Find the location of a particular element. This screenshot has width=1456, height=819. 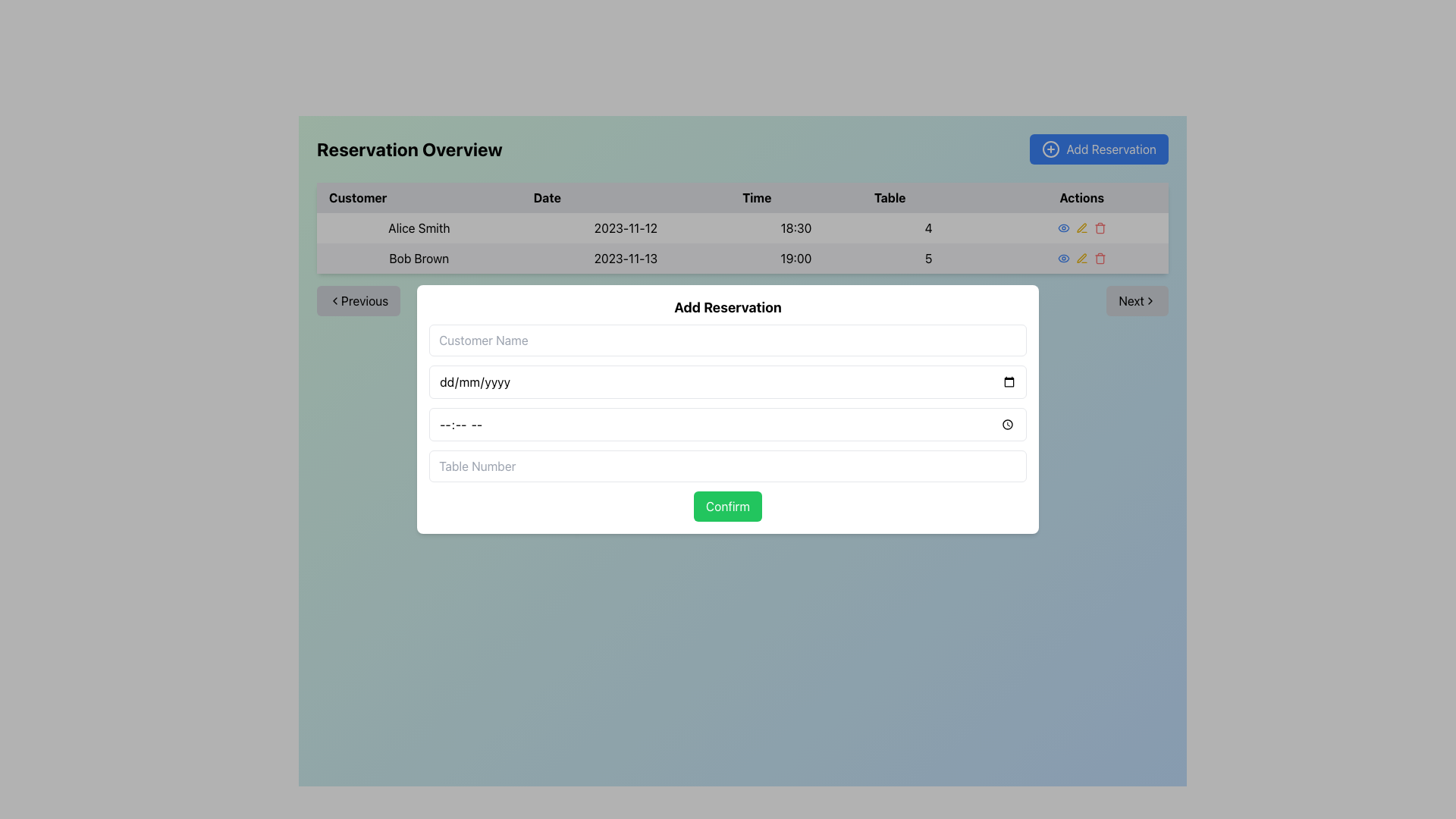

text content of the label indicating the reservation time for 'Alice Smith' at 18:30 on 2023-11-12, located in the 'Time' column of the table is located at coordinates (795, 227).